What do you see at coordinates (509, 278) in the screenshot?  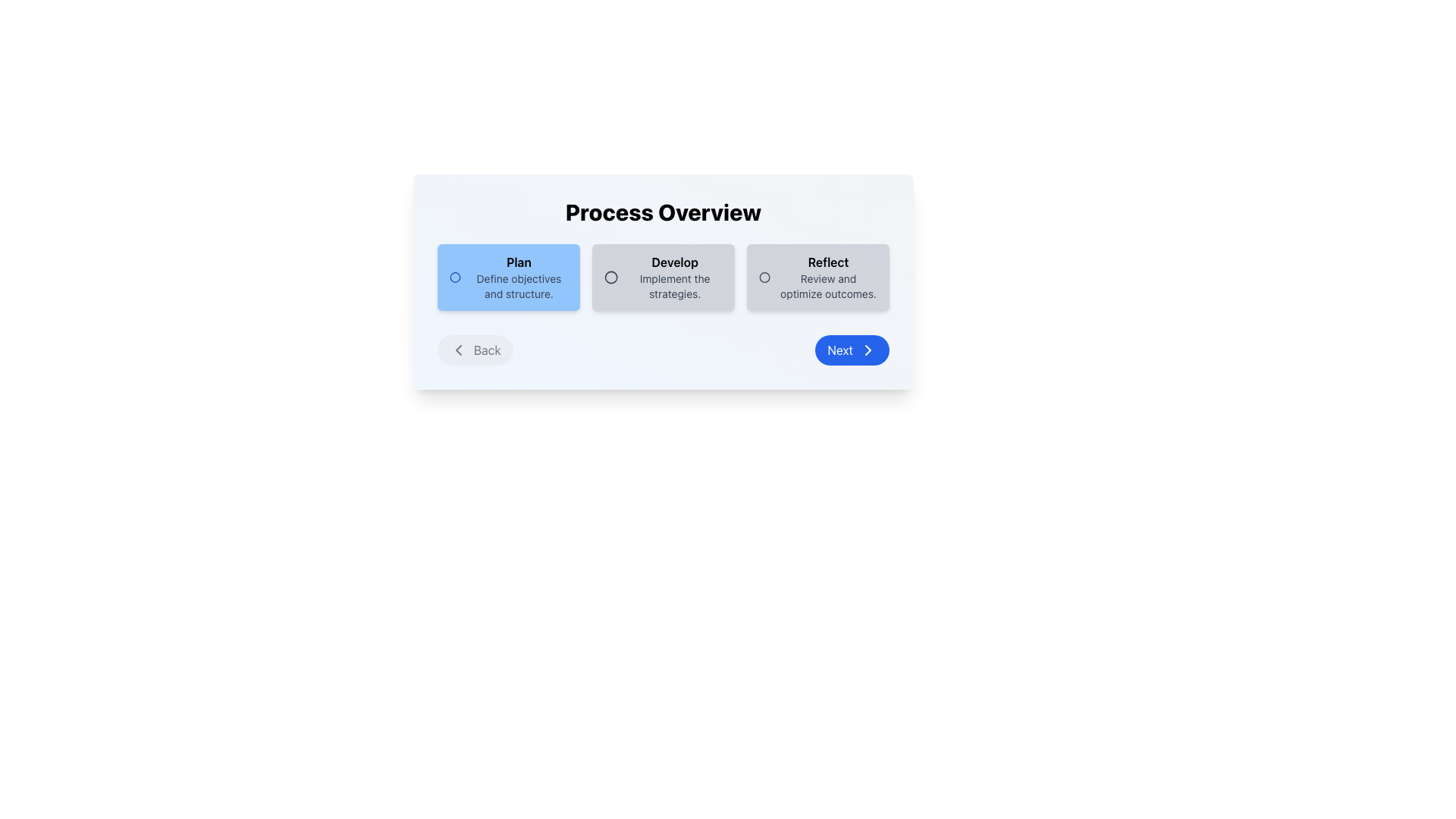 I see `the 'Plan' Step Card, which is the first card in a horizontal sequence of three cards in the process flow interface` at bounding box center [509, 278].